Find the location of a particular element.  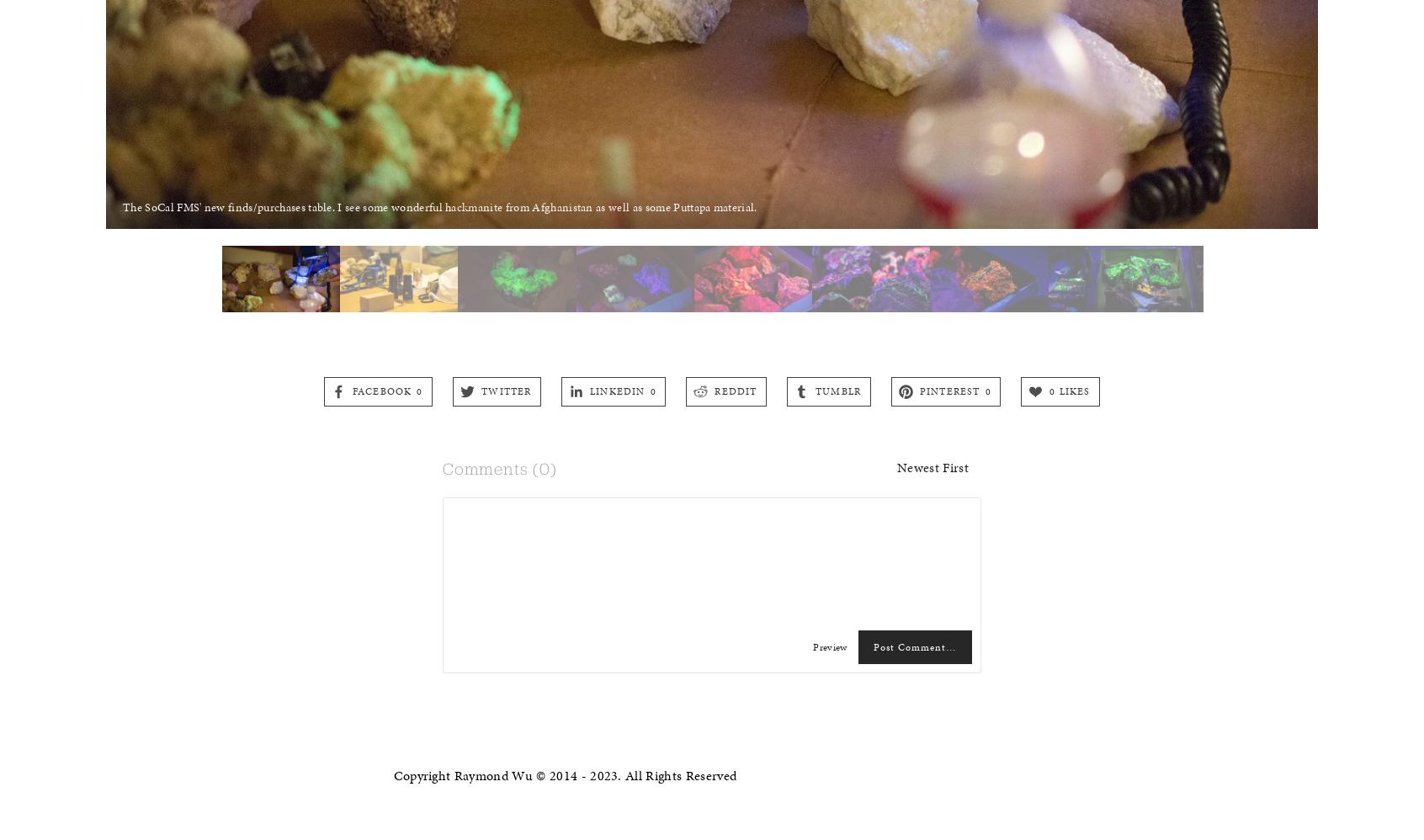

'2023. All Rights Reserved' is located at coordinates (662, 775).